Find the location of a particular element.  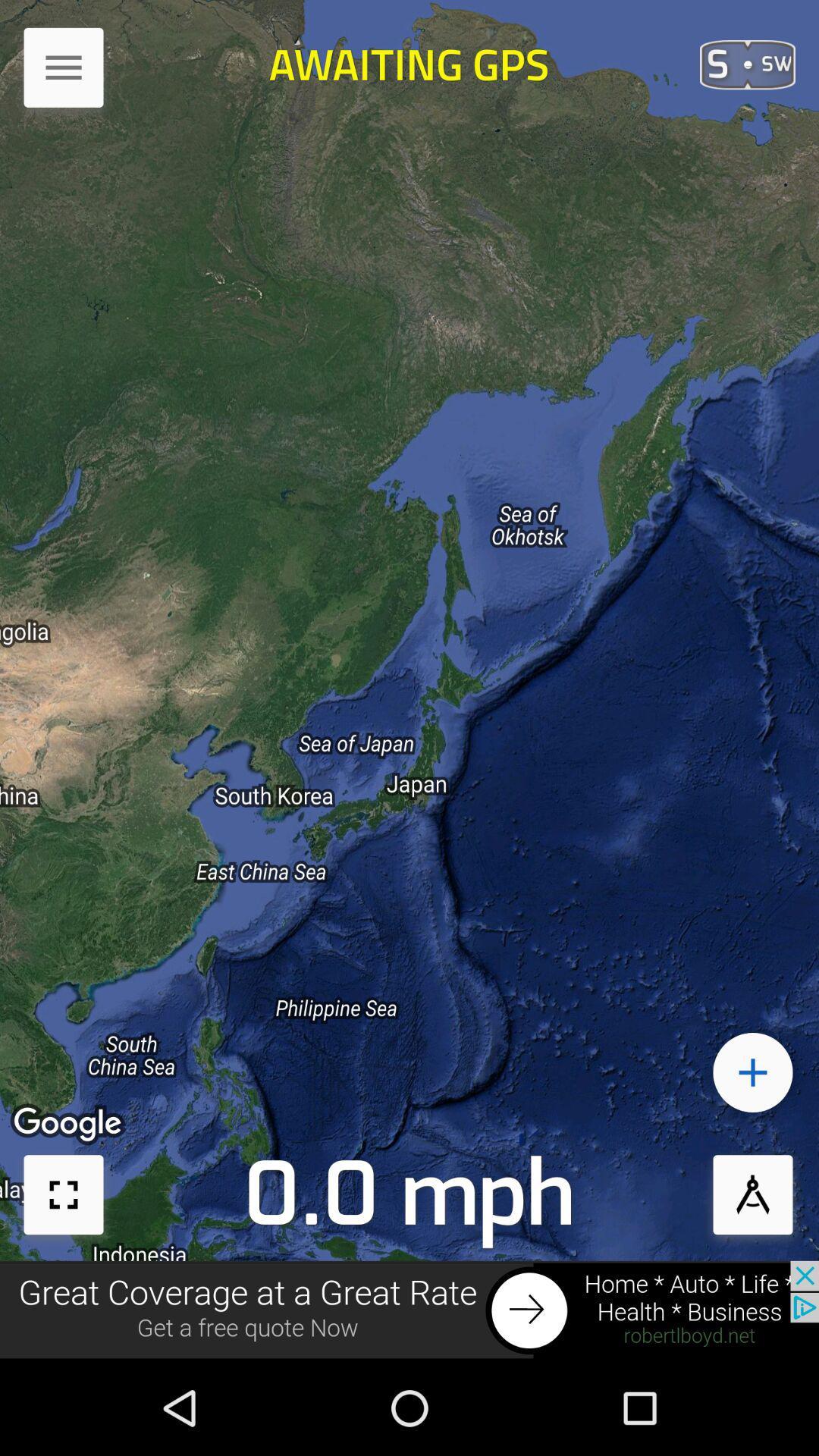

the fullscreen icon is located at coordinates (64, 1199).